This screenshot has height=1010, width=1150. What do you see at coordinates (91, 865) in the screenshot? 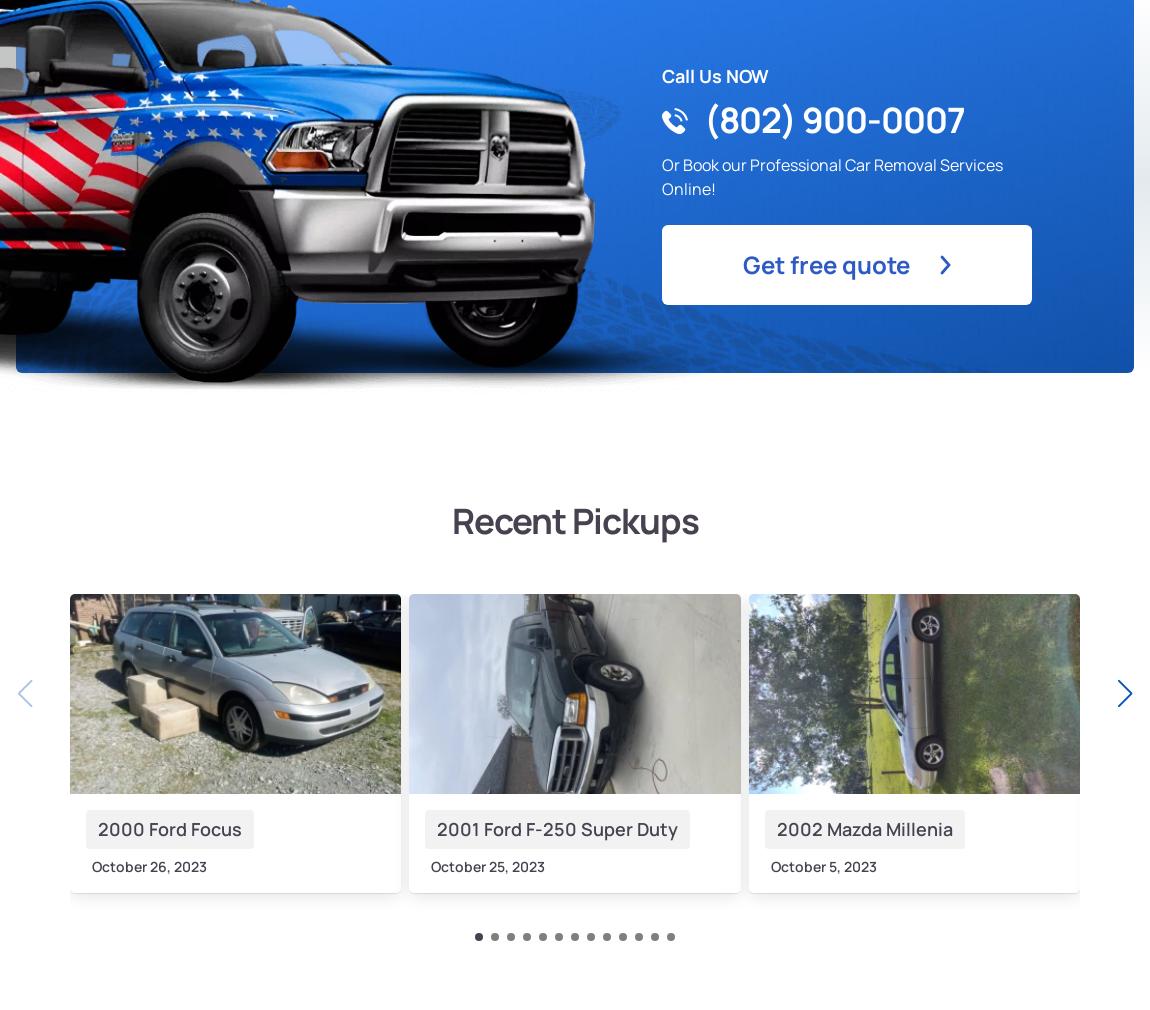
I see `'October 26, 2023'` at bounding box center [91, 865].